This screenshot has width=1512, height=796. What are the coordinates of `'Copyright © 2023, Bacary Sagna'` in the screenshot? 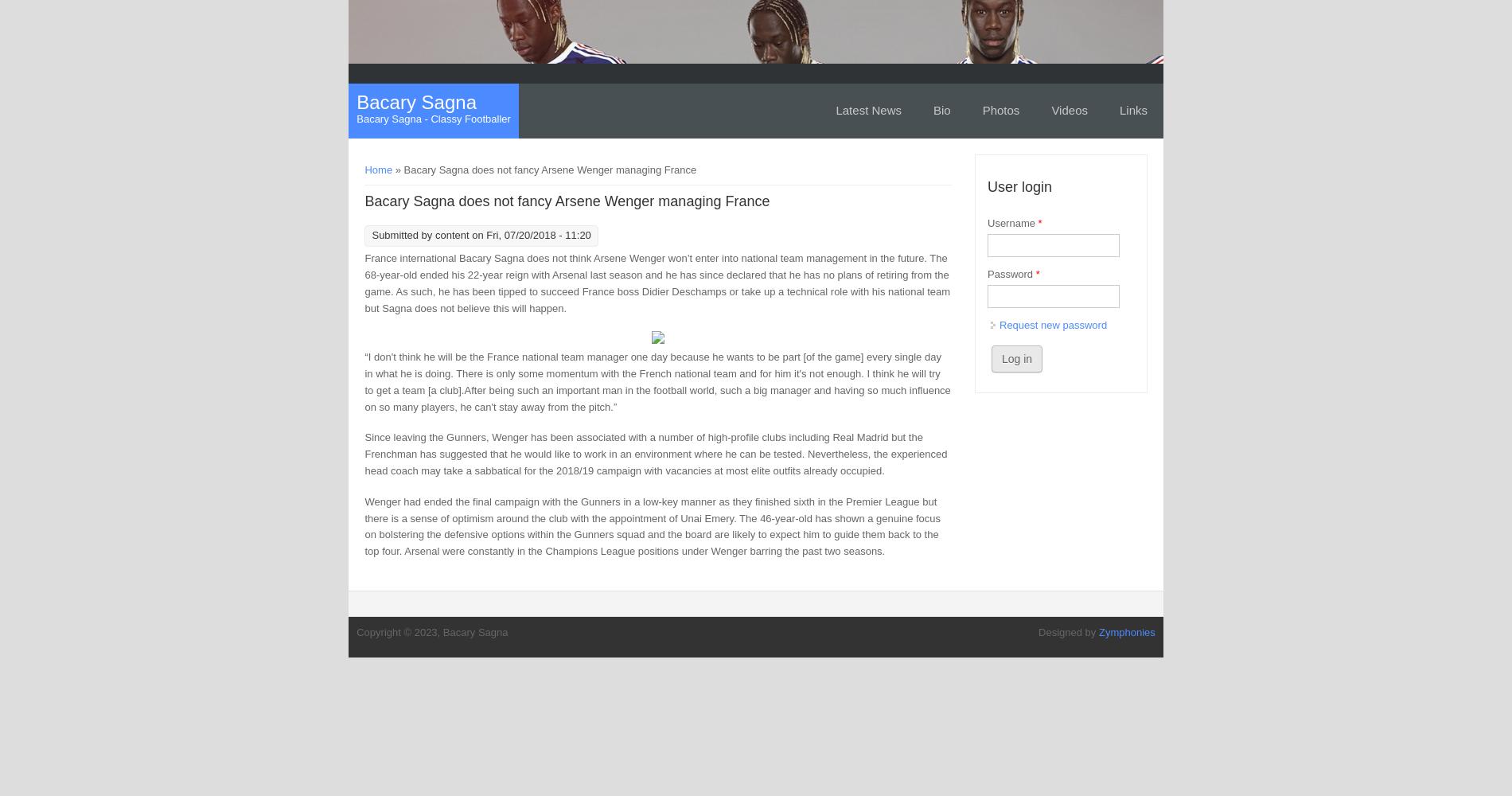 It's located at (432, 631).